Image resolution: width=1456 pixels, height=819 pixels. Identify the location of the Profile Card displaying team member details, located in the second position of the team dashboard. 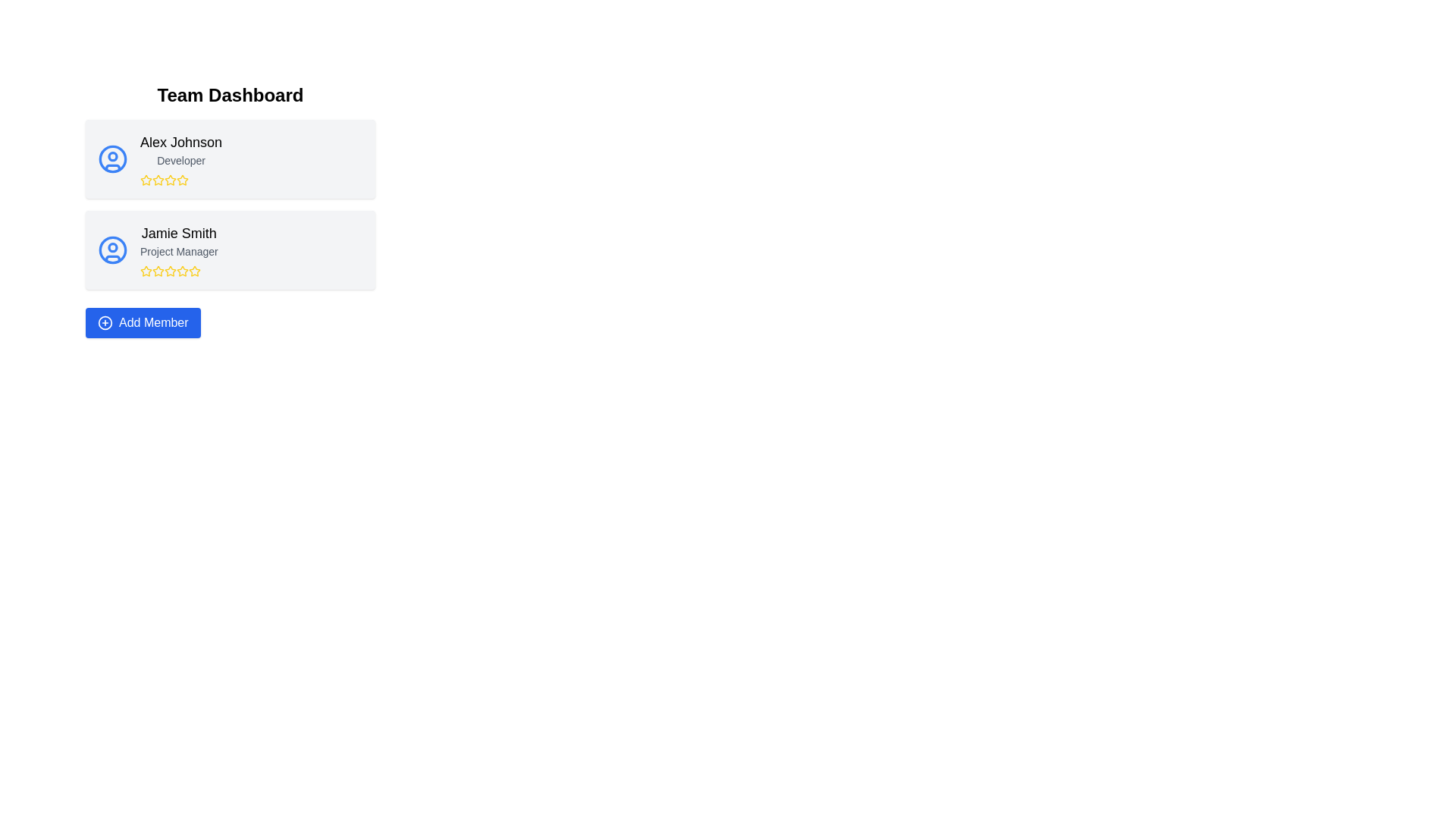
(229, 249).